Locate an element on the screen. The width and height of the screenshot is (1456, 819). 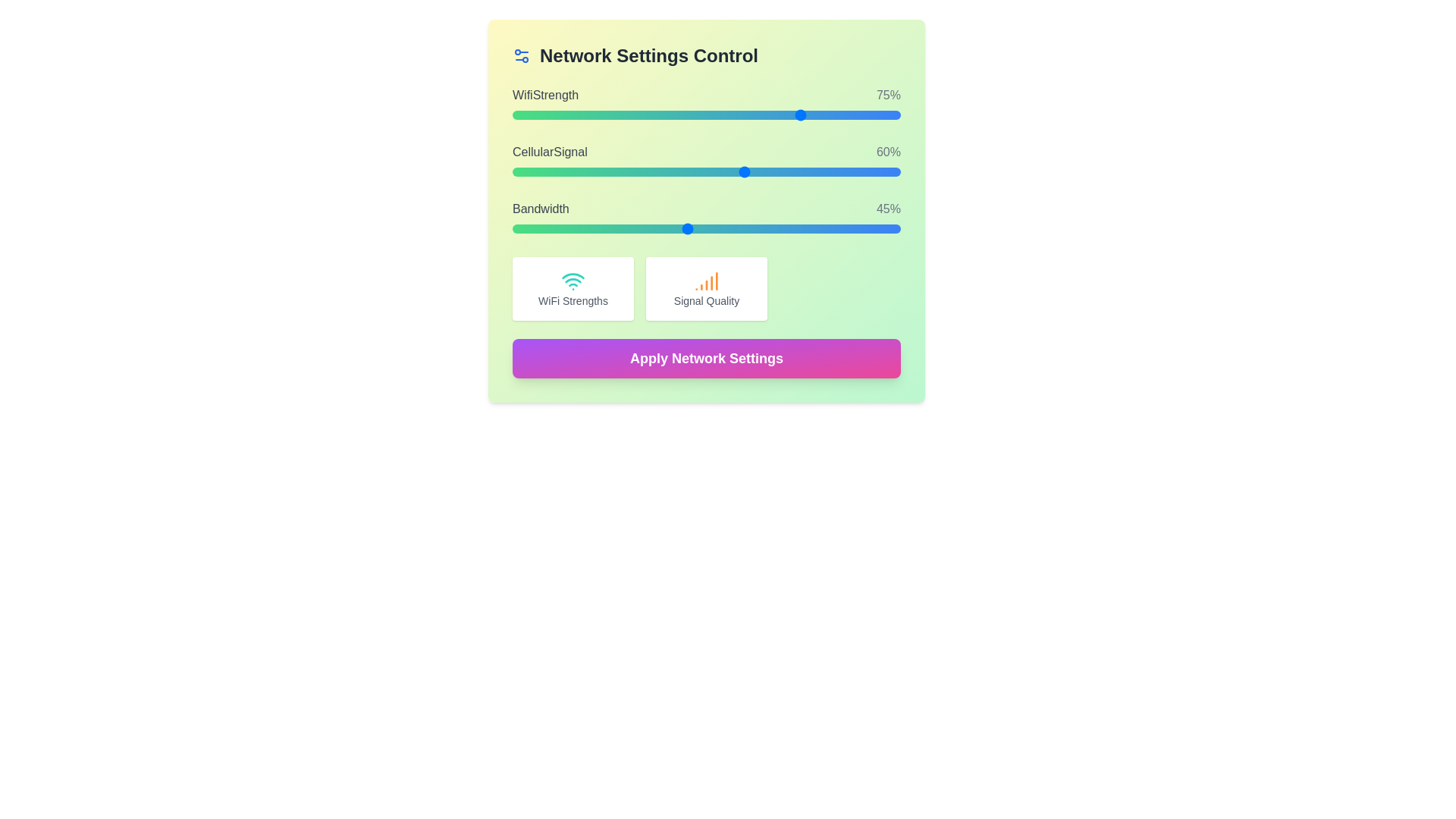
the Text Label that serves as a heading for the settings section, located at the top and aligned to the left of the settings gear icon is located at coordinates (648, 55).